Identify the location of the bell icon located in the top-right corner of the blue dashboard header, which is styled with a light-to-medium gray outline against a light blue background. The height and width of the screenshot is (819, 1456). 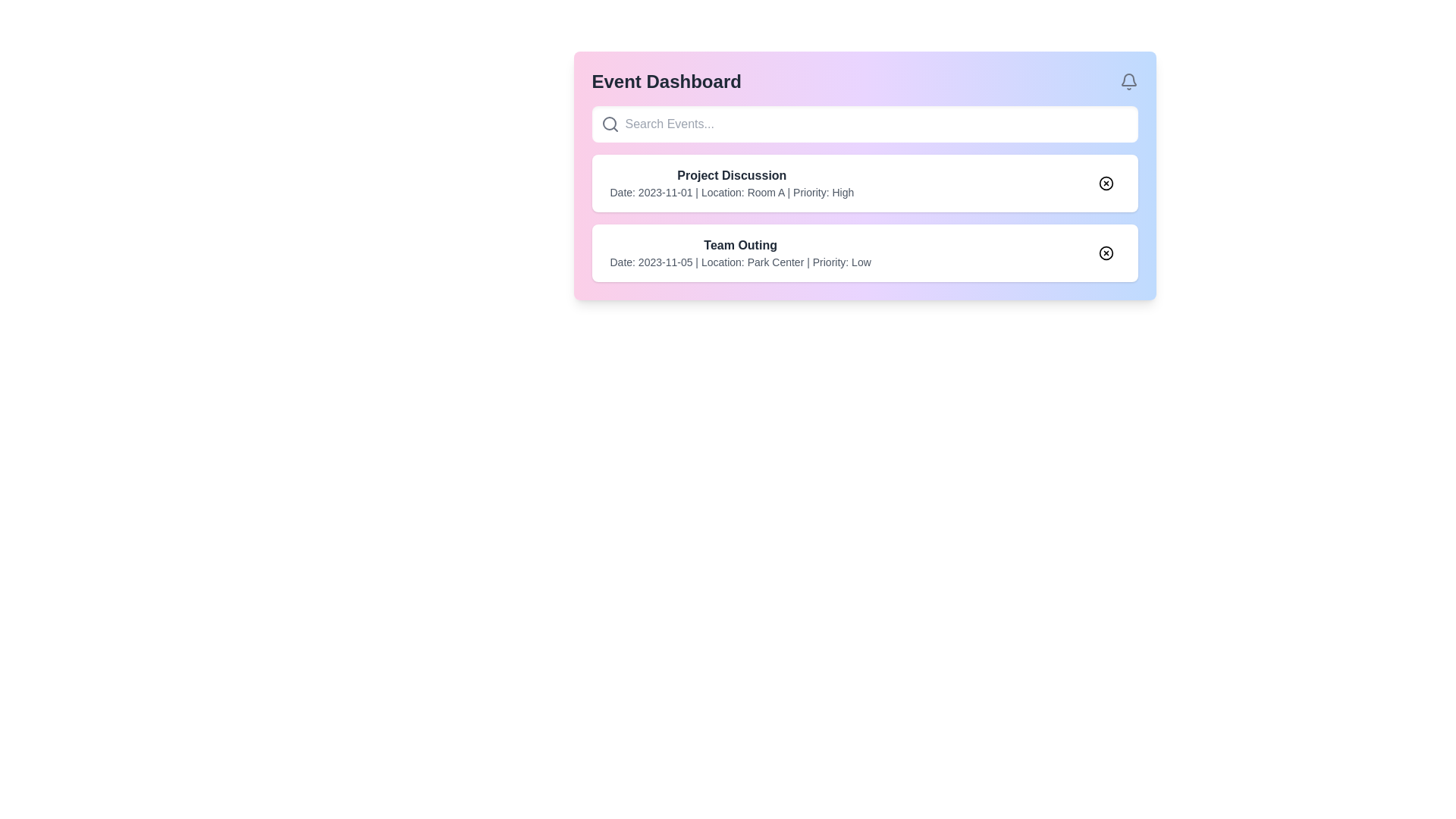
(1128, 80).